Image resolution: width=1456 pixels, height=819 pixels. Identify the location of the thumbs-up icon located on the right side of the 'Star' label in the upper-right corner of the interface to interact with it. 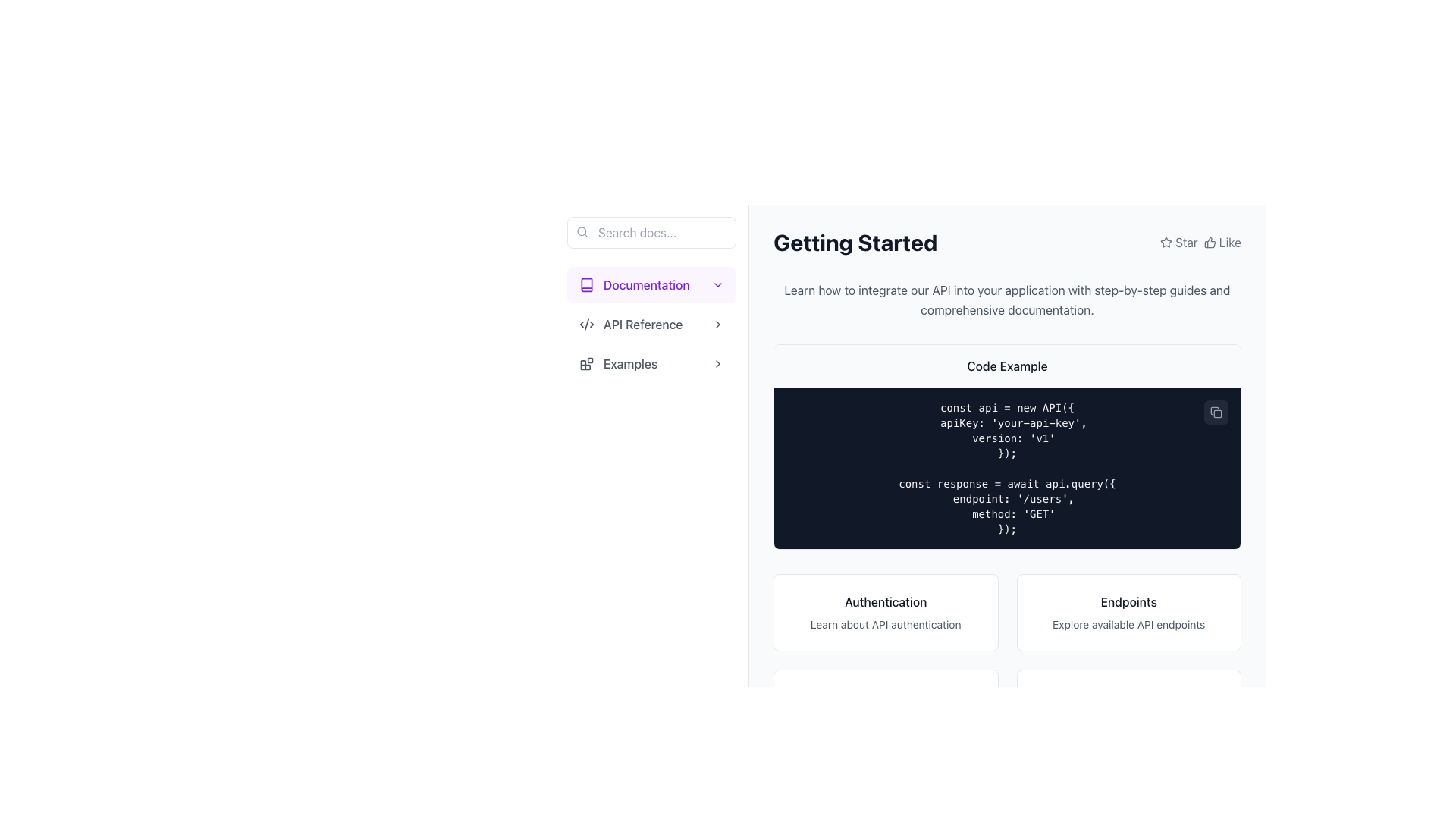
(1208, 242).